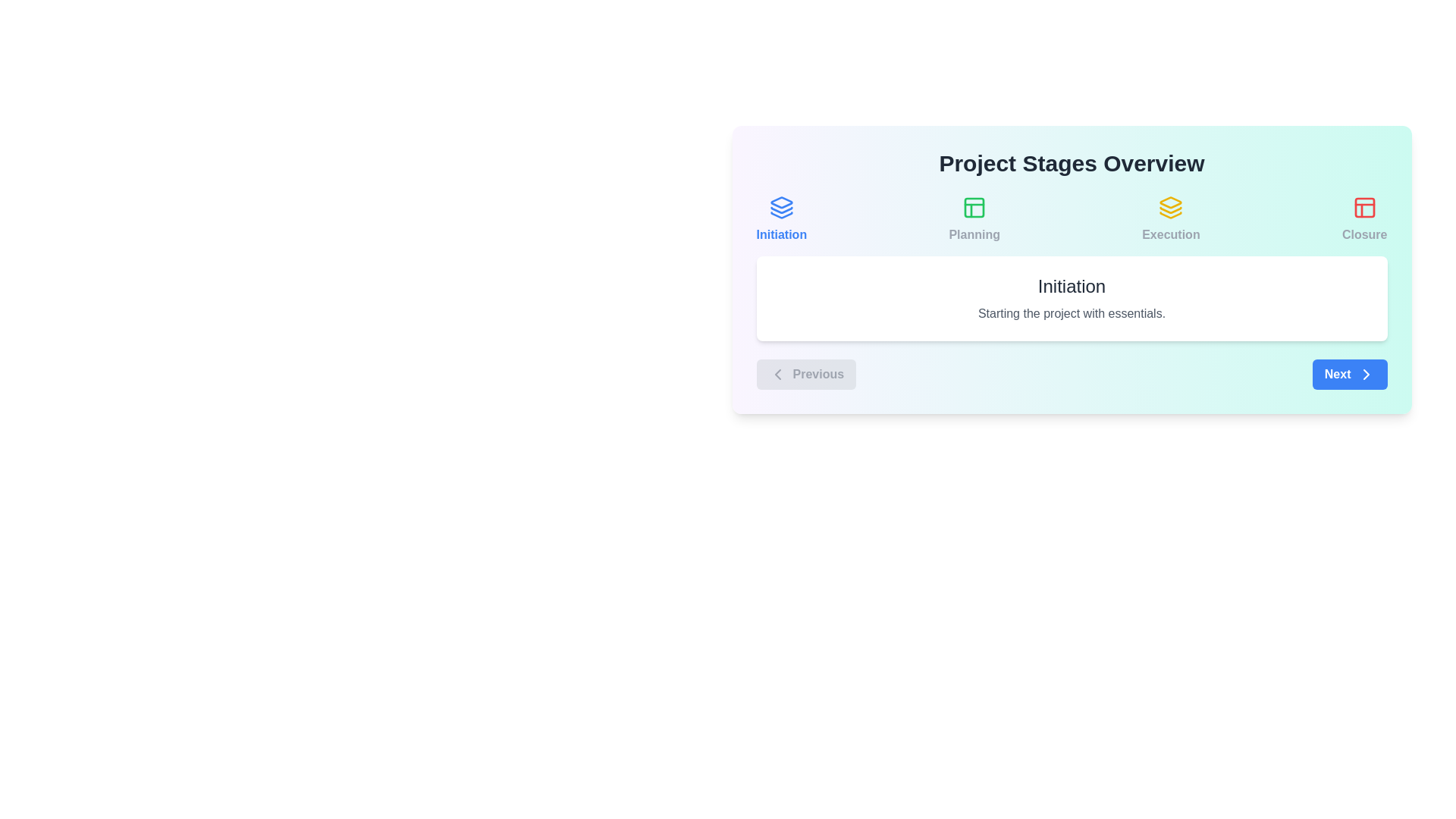 The image size is (1456, 819). I want to click on on the 'Closure' phase label located below the red panel icon in the top-right corner of the Project Stages Overview, so click(1364, 234).